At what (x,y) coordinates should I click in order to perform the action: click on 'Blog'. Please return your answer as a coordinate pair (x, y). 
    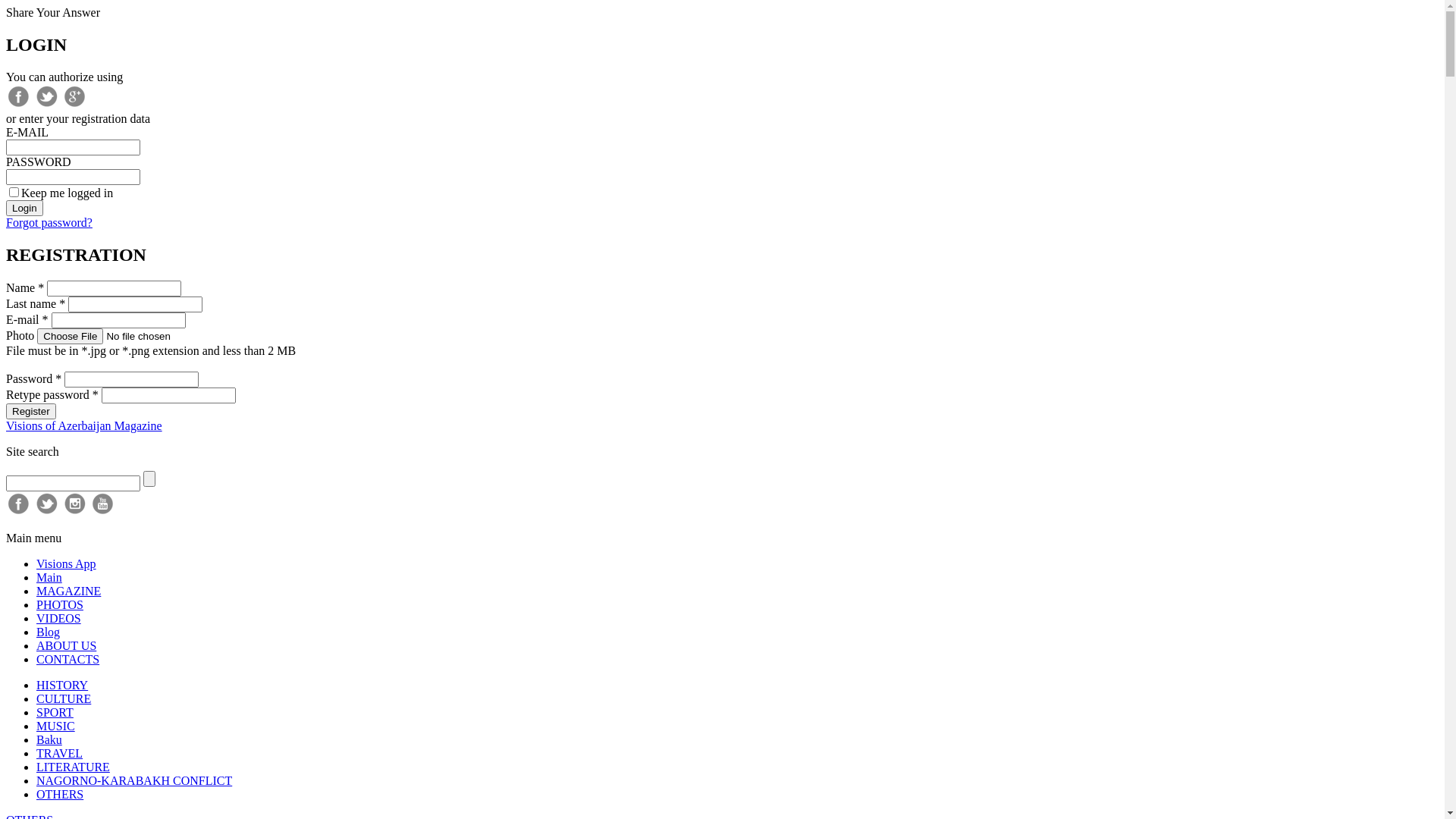
    Looking at the image, I should click on (48, 632).